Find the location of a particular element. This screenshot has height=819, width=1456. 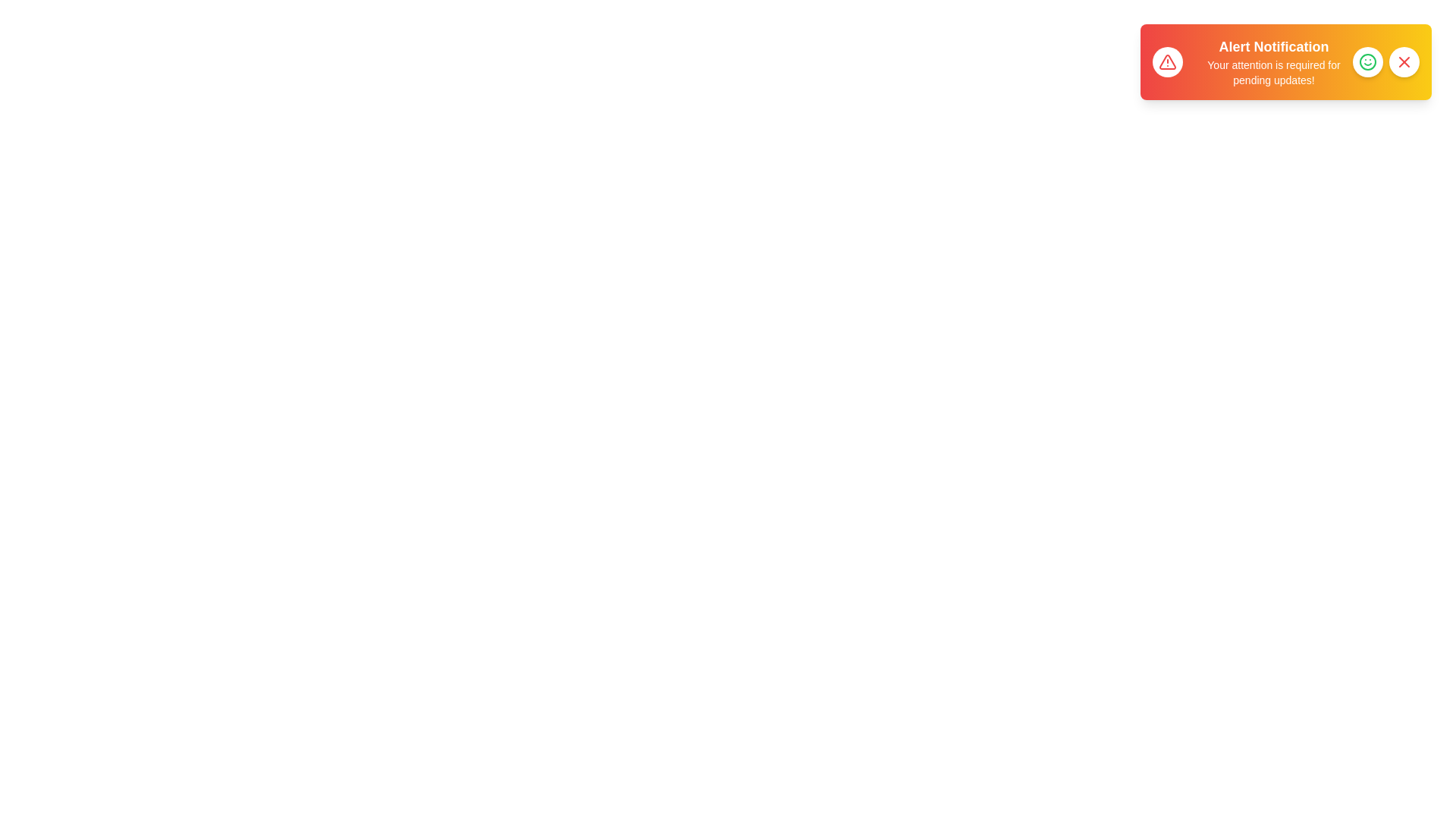

the smiley button to acknowledge the notification is located at coordinates (1368, 61).